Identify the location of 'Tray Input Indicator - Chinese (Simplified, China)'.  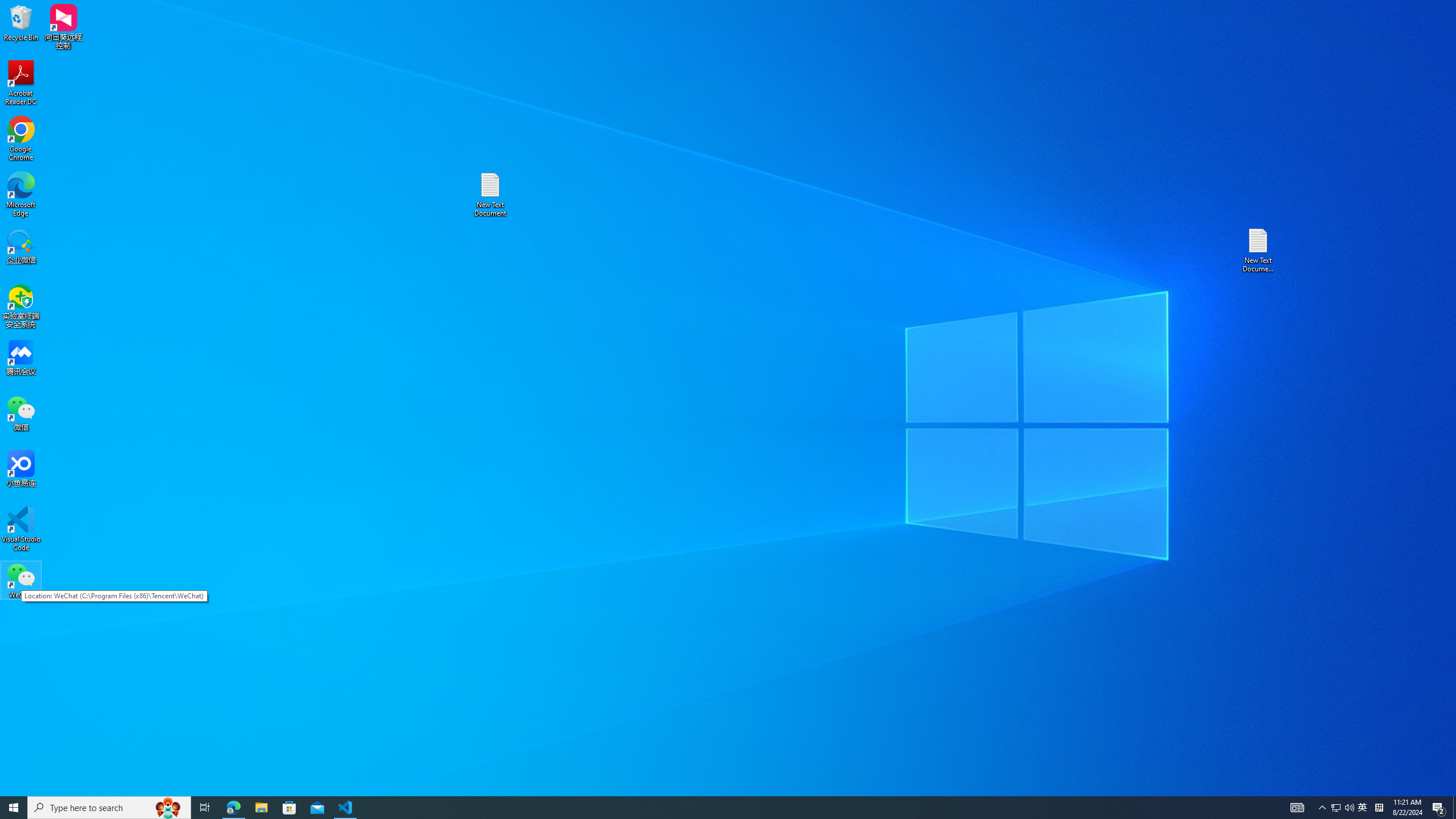
(1363, 806).